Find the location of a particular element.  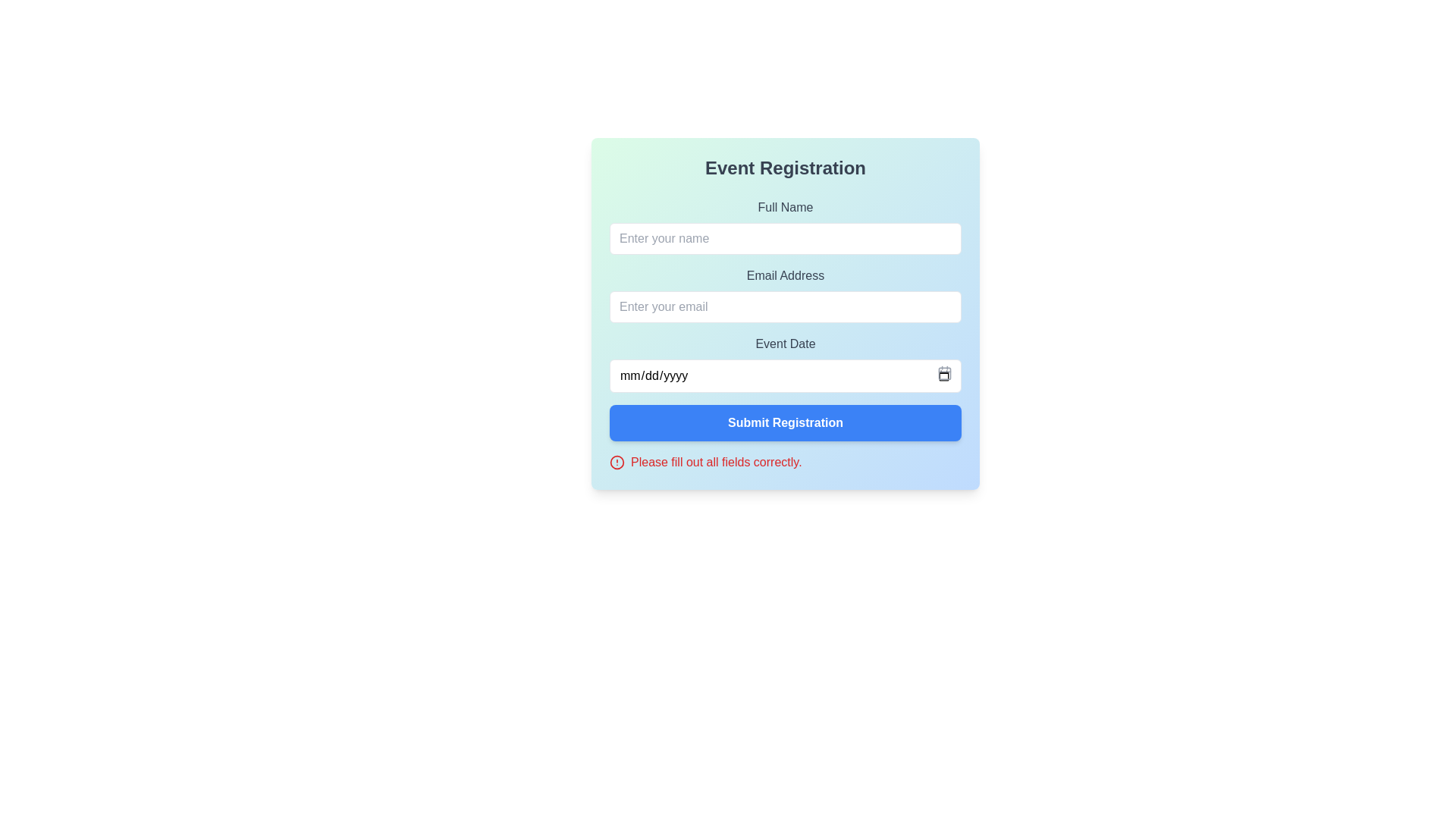

the bold, gray-colored text displaying 'Event Registration' located at the top of the event registration form is located at coordinates (786, 168).